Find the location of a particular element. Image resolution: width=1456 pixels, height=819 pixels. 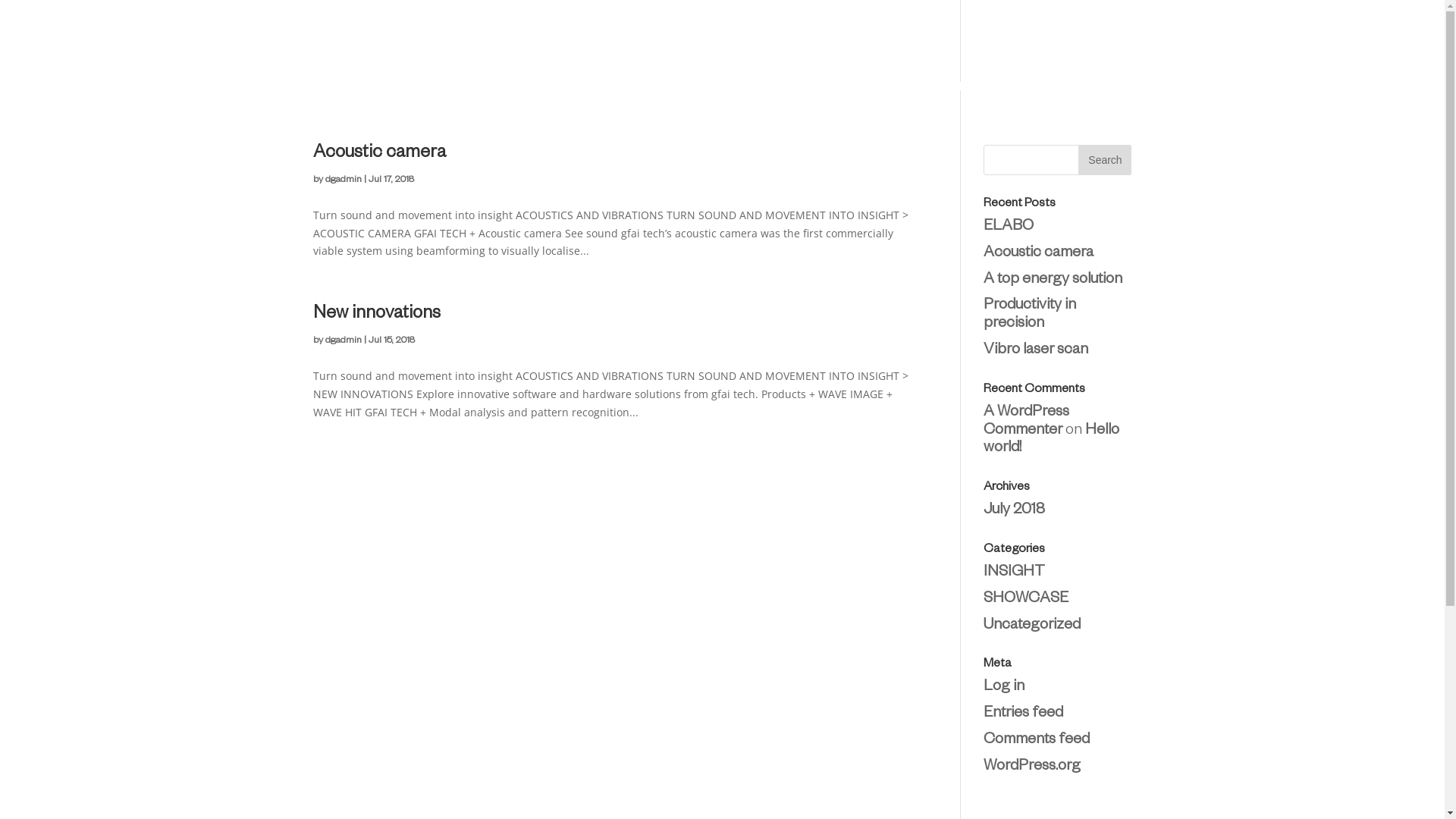

'INSIGHT' is located at coordinates (1014, 573).